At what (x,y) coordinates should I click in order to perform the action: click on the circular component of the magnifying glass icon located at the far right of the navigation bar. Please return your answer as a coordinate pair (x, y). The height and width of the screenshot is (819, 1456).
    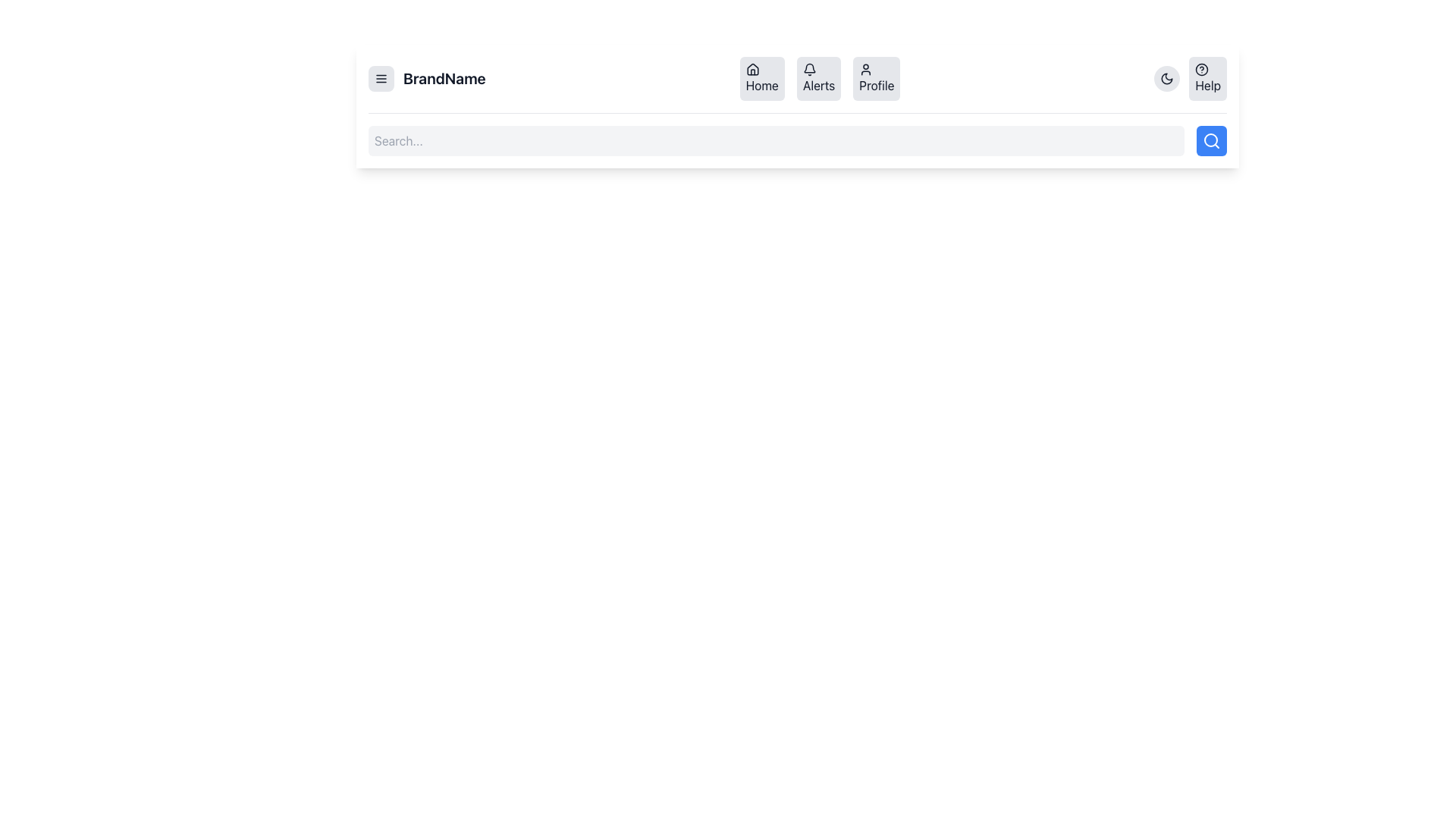
    Looking at the image, I should click on (1210, 140).